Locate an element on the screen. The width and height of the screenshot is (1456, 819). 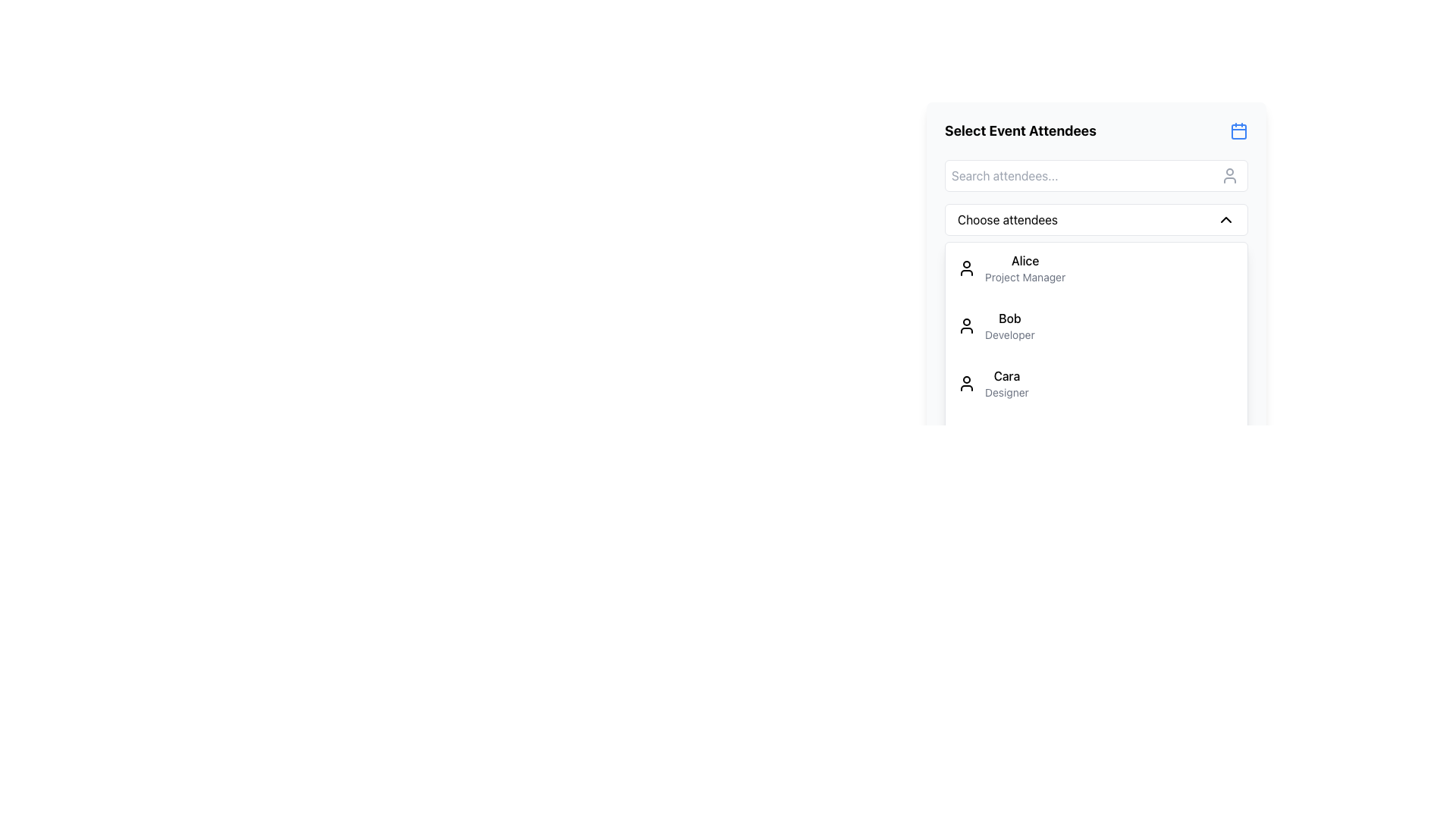
the user profile icon, which is a silhouette of a person, located to the left of the text 'Cara Designer' is located at coordinates (966, 382).